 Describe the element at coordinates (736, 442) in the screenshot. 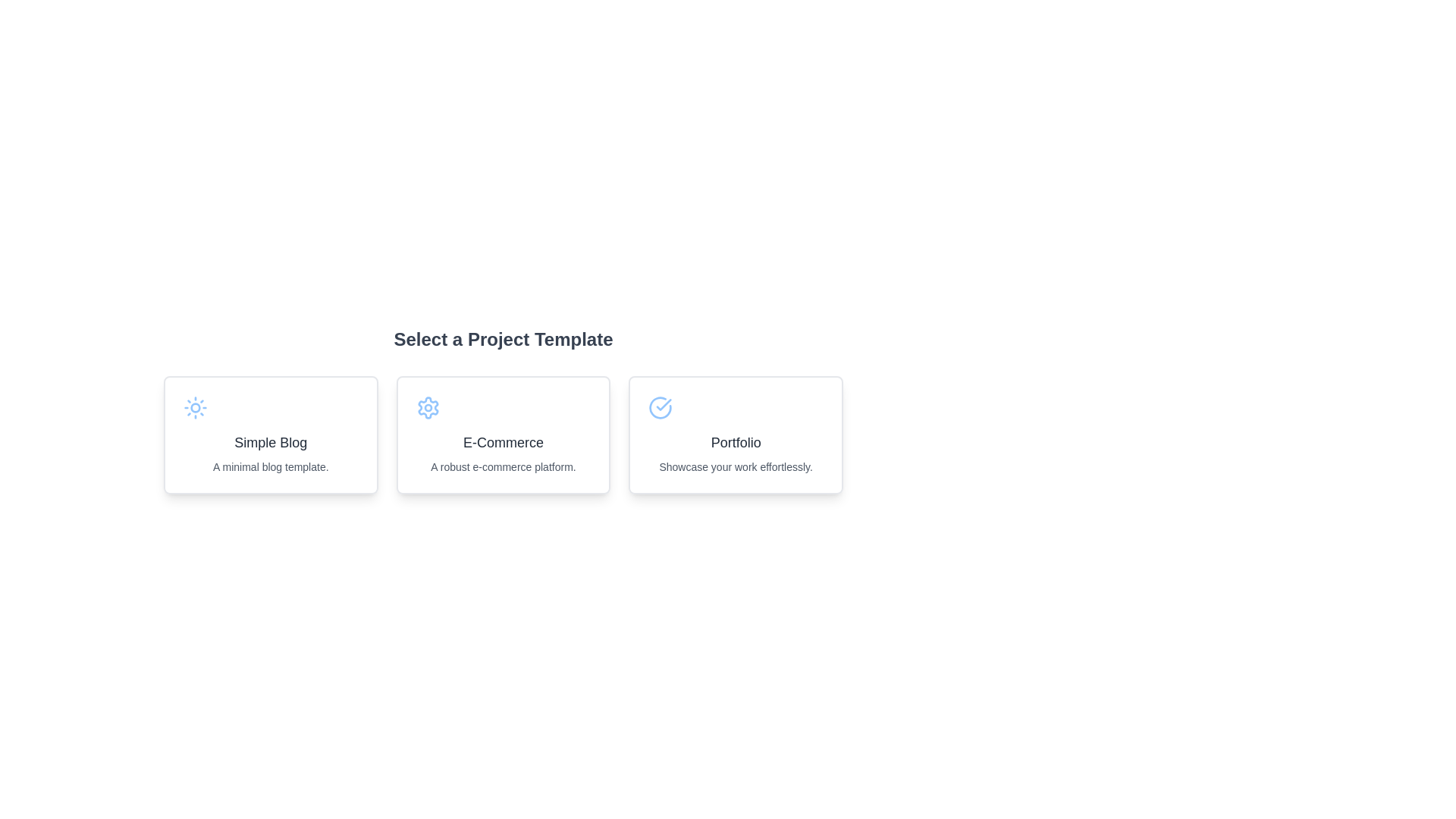

I see `the title text element for the 'Portfolio' option, which is located directly above the tagline 'Showcase your work effortlessly.'` at that location.